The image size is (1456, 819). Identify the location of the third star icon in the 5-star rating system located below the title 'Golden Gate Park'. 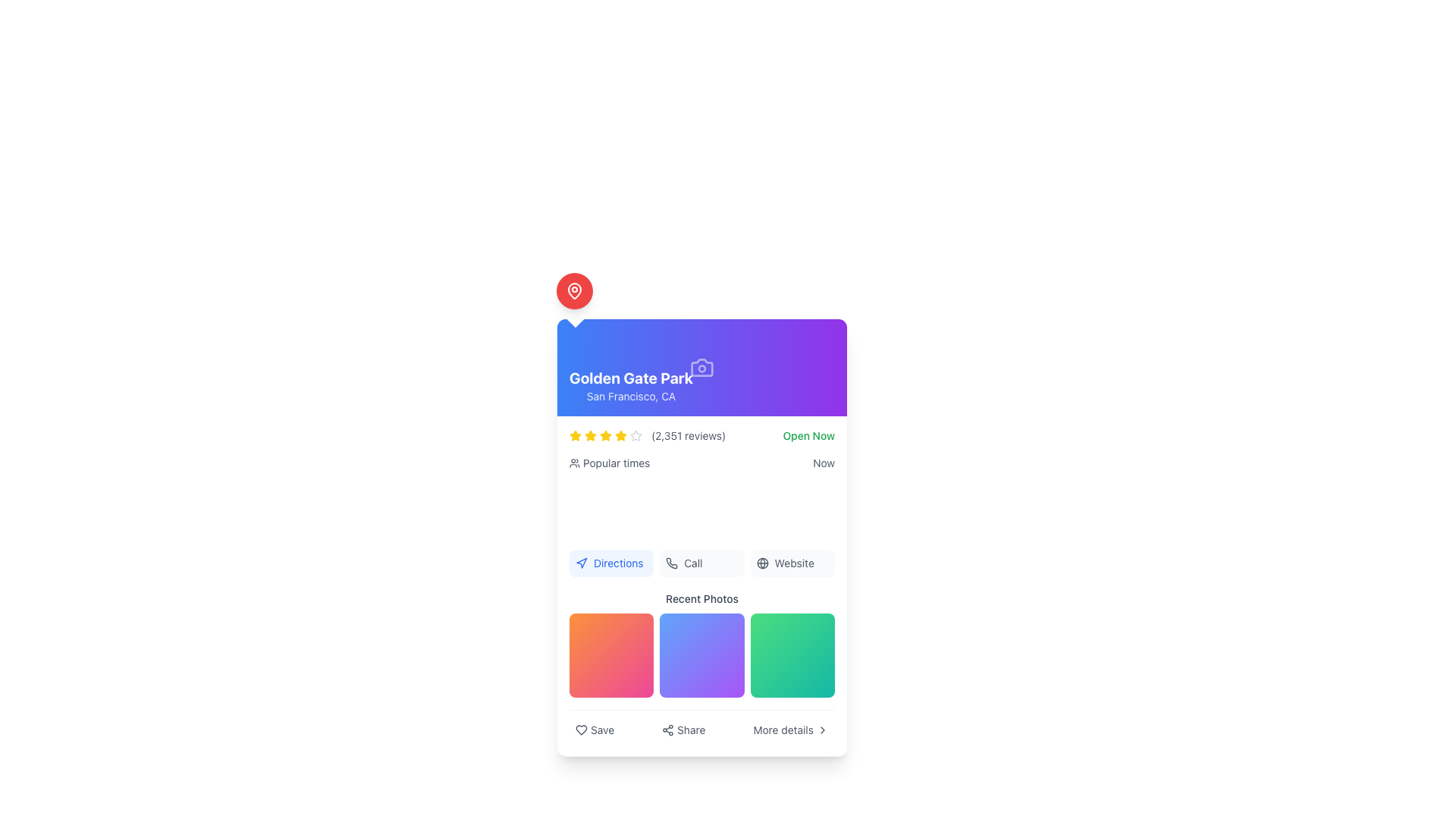
(574, 435).